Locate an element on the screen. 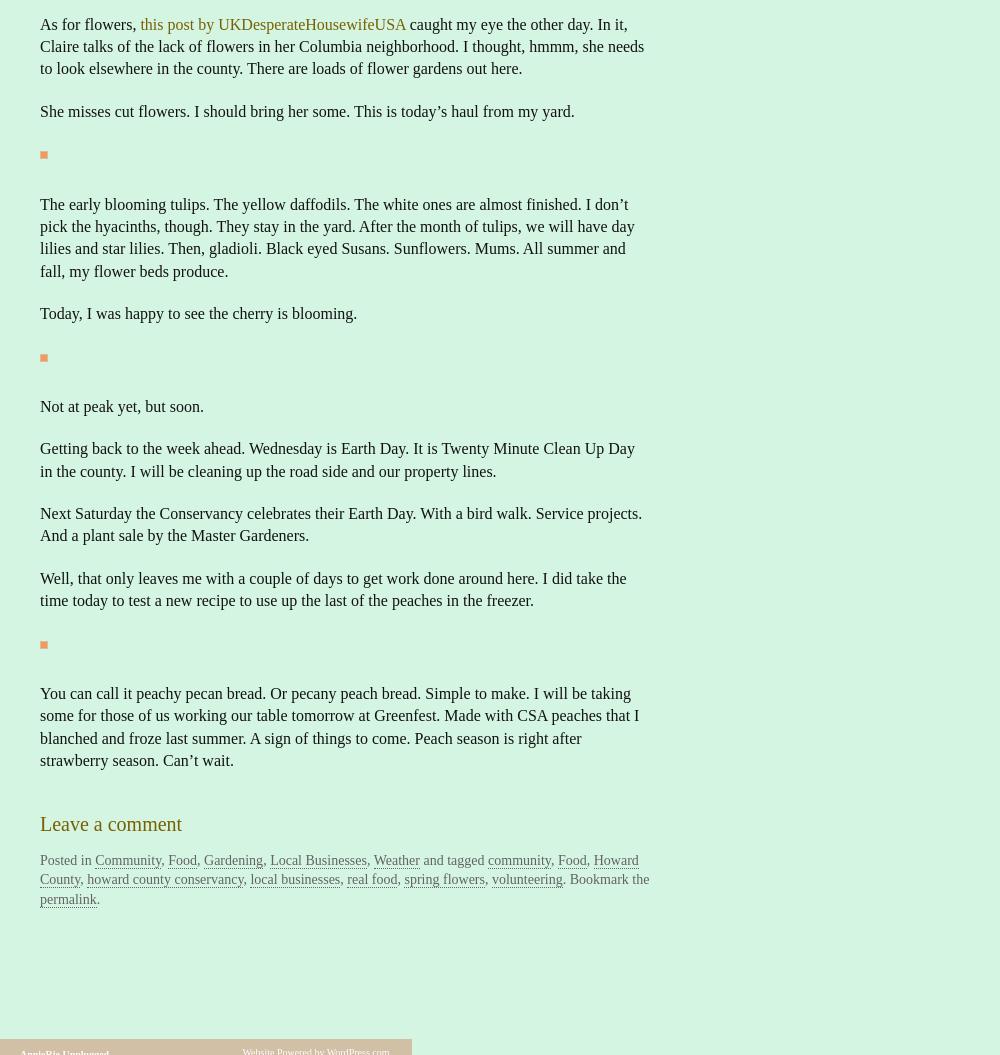 This screenshot has height=1055, width=1000. 'Weather' is located at coordinates (372, 859).